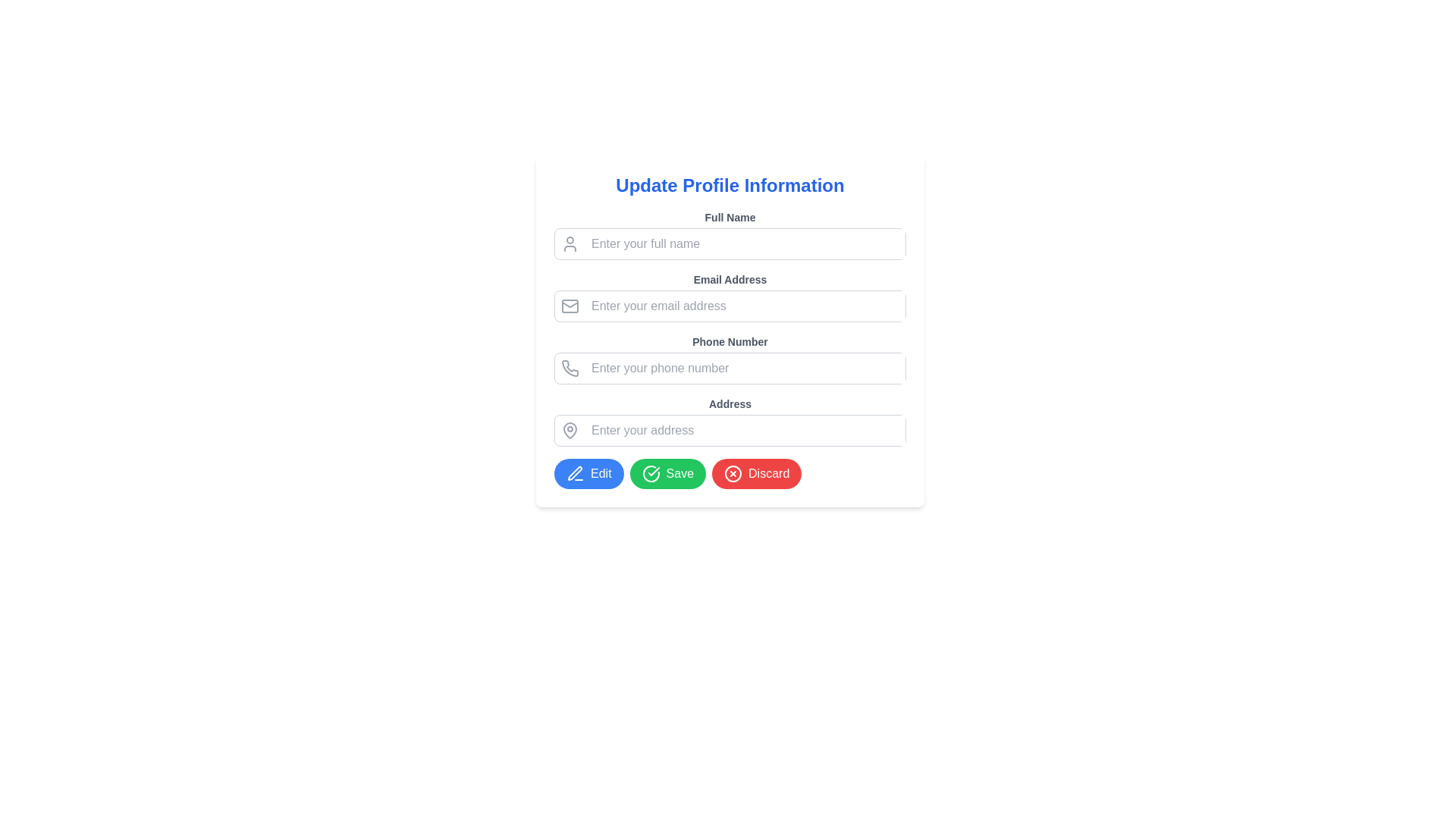 This screenshot has height=819, width=1456. Describe the element at coordinates (745, 306) in the screenshot. I see `the email input field located below the 'Email Address' label and above the phone number input to allow the user to type in their email address` at that location.